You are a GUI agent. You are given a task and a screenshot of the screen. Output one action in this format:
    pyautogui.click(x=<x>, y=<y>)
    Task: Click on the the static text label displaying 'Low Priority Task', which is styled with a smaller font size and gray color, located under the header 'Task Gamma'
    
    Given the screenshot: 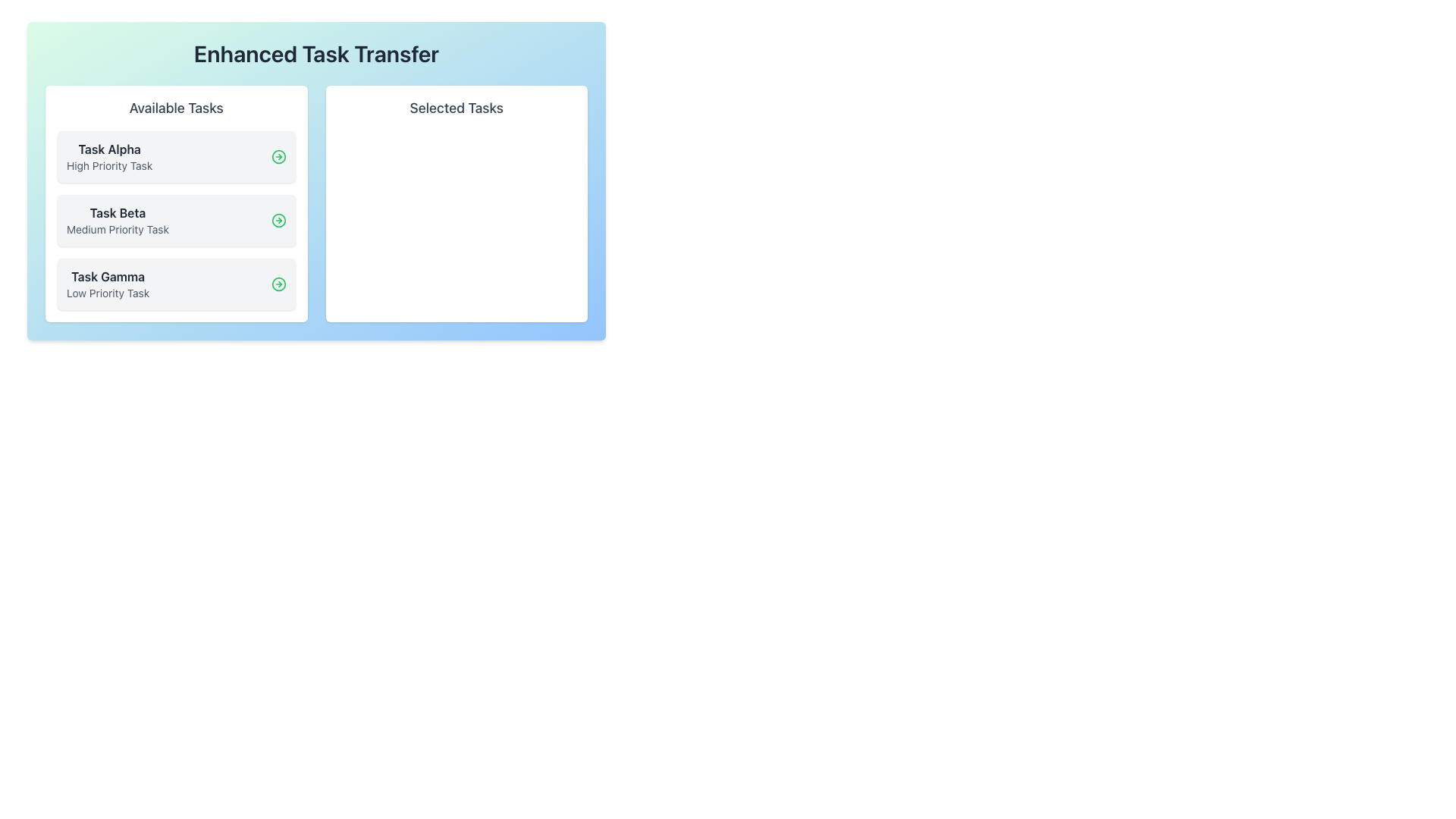 What is the action you would take?
    pyautogui.click(x=107, y=293)
    